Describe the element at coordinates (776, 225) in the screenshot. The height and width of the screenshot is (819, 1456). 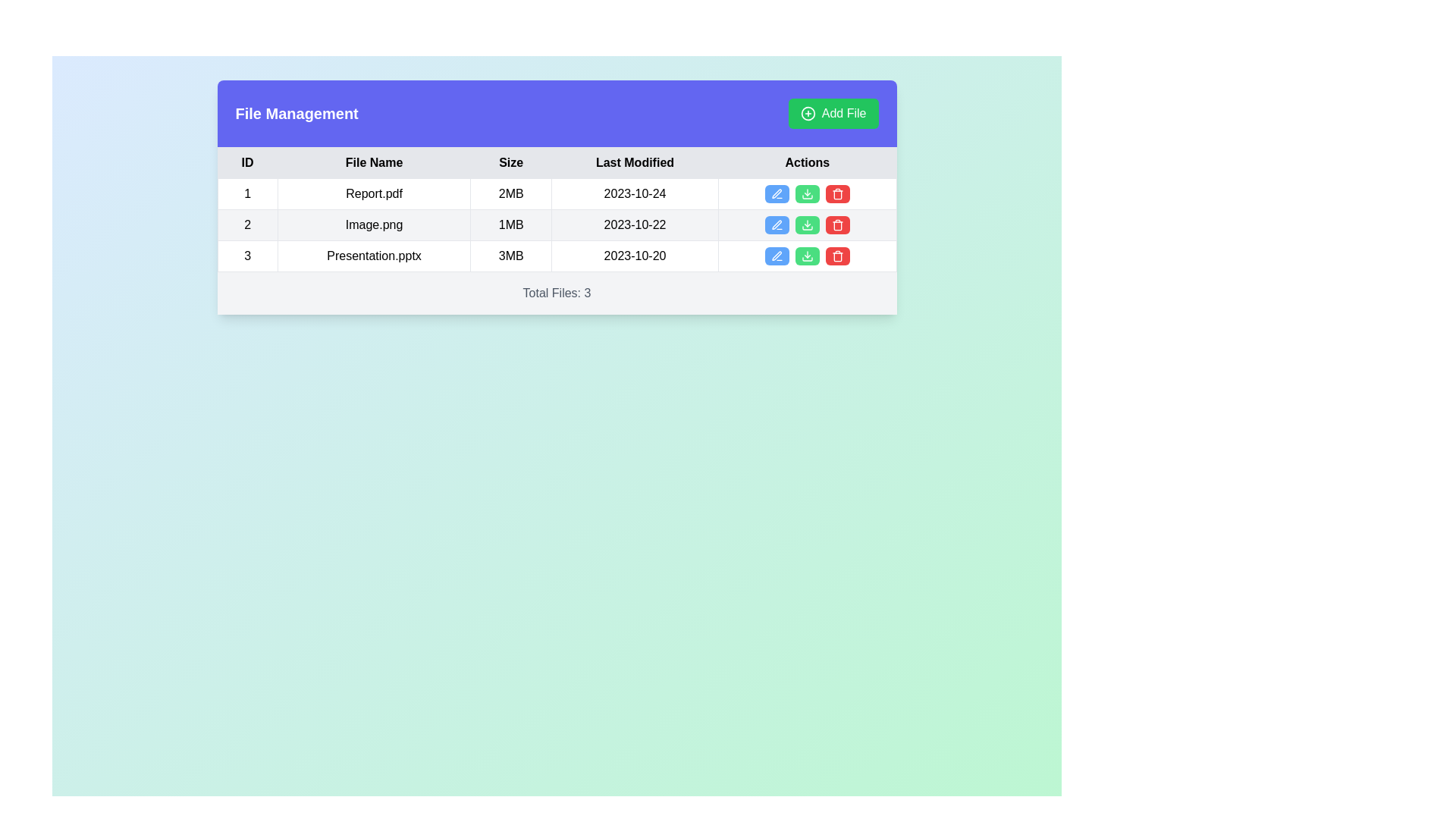
I see `the edit button located in the second row of the 'Actions' column for the file entry 'Image.png'` at that location.